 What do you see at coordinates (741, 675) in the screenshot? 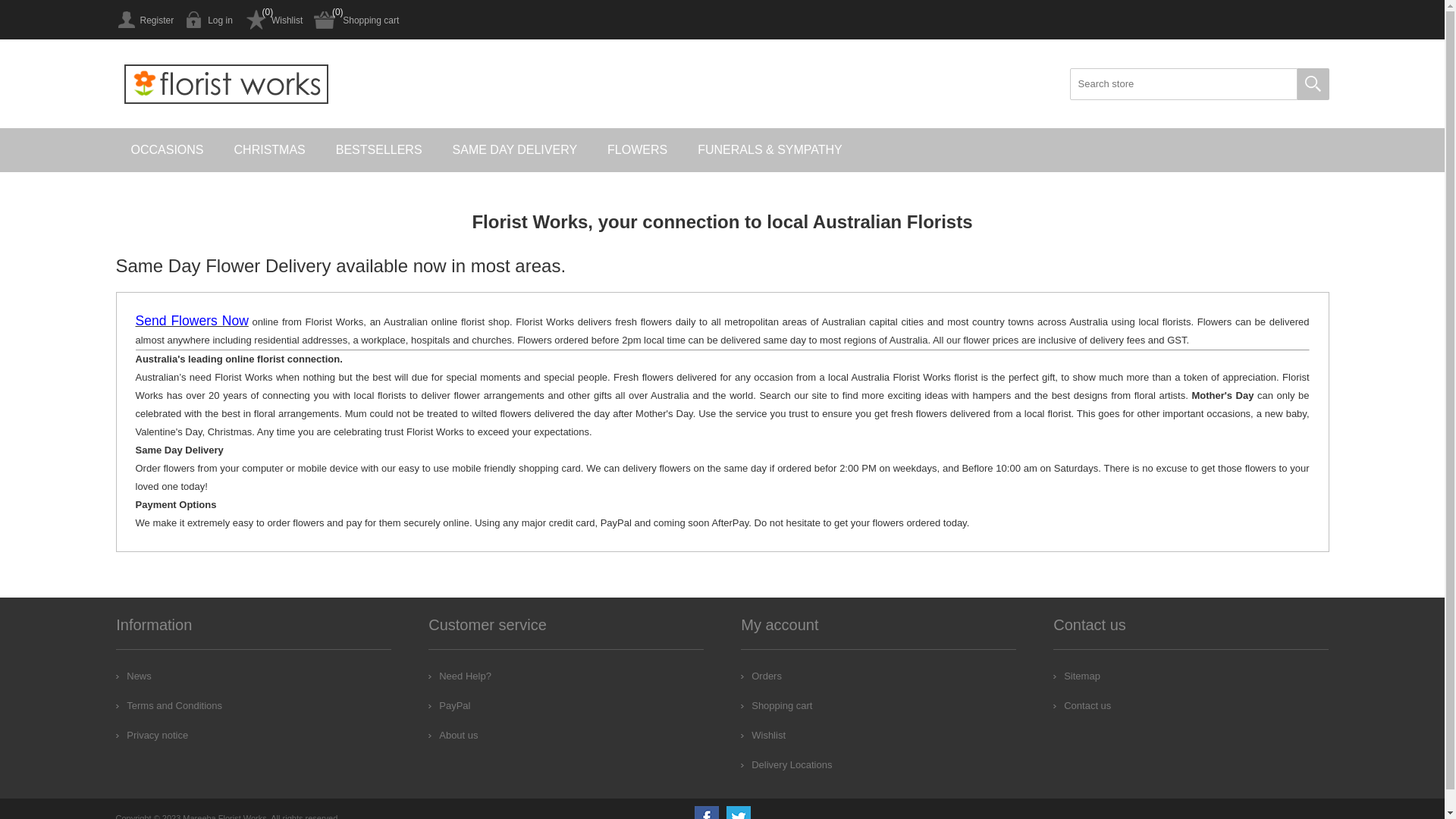
I see `'Orders'` at bounding box center [741, 675].